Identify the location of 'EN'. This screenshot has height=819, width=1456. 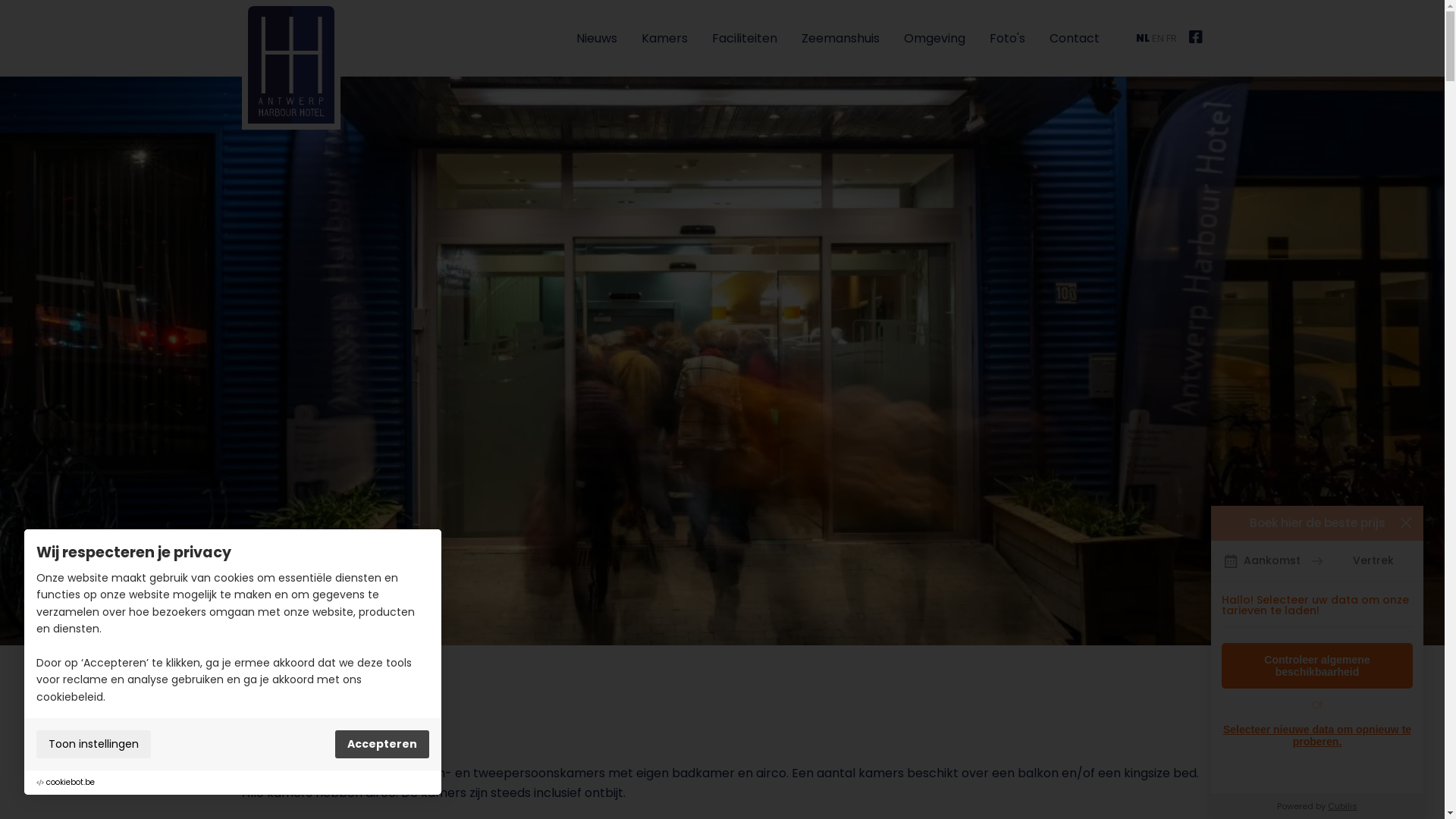
(1156, 36).